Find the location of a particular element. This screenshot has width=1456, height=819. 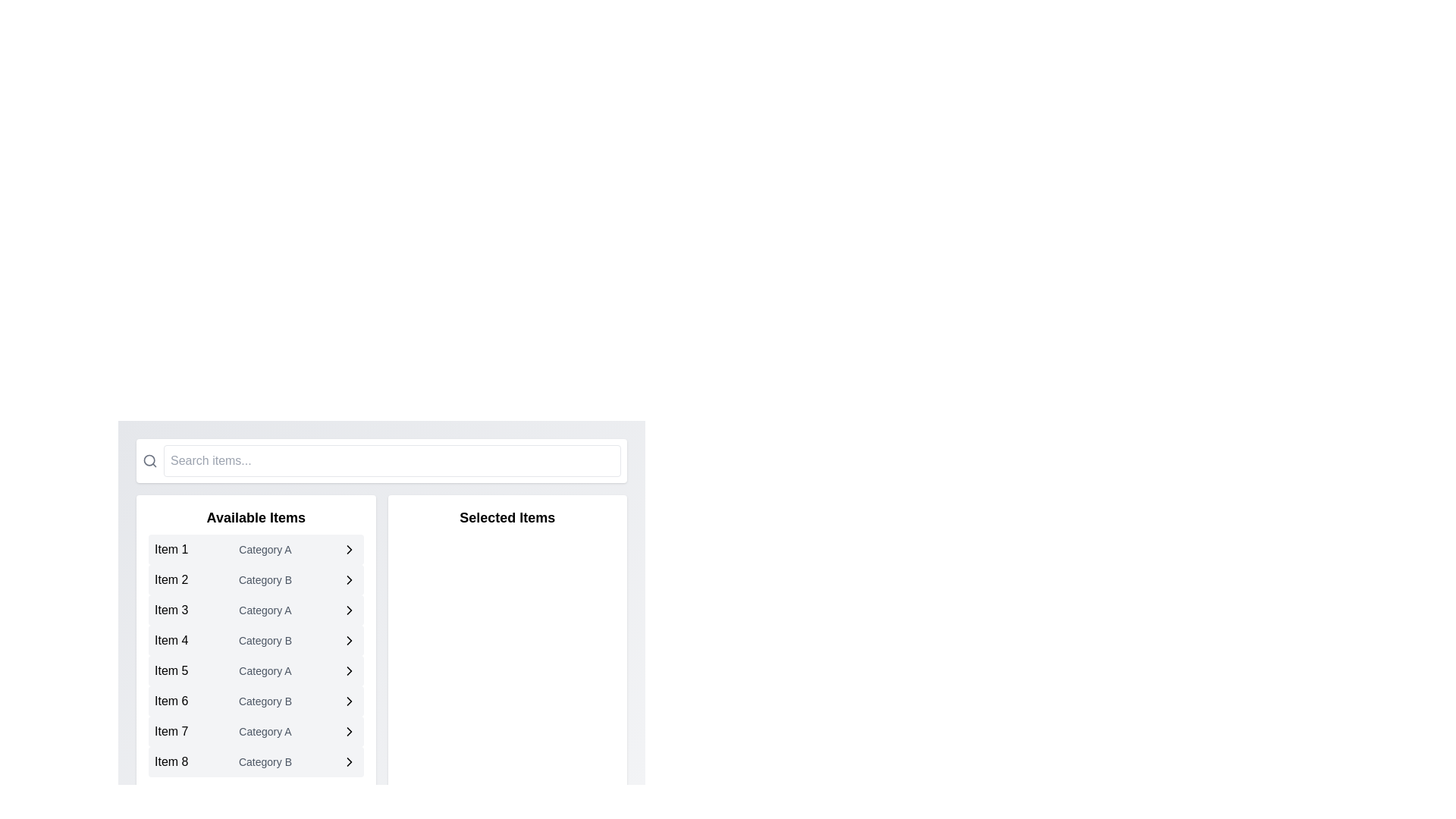

the second list item labeled 'Item 2' with 'Category B' centered in the light gray rectangular area is located at coordinates (256, 579).